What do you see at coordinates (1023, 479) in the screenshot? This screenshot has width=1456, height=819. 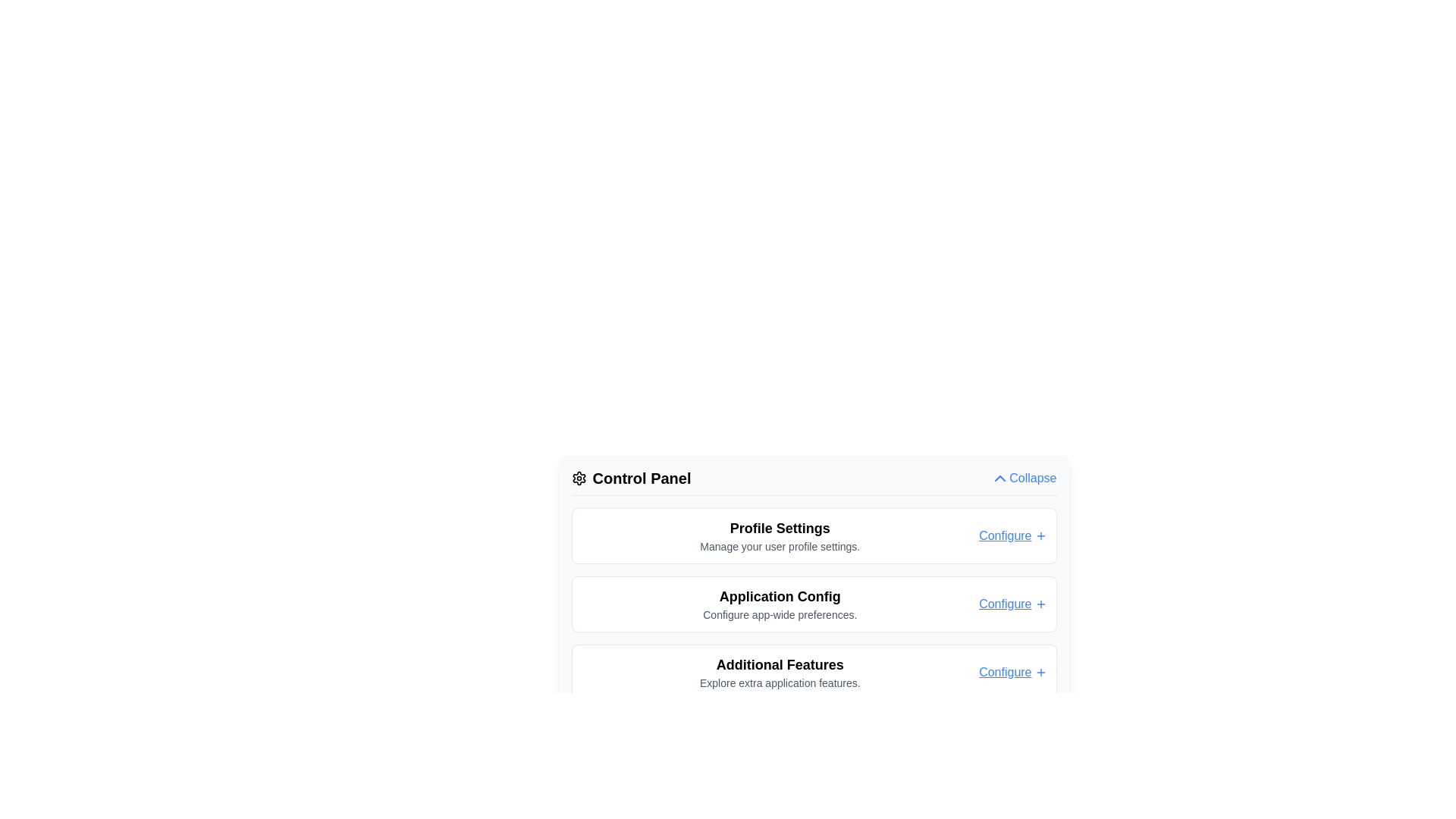 I see `the toggle button at the rightmost end of the 'Control Panel' section header` at bounding box center [1023, 479].